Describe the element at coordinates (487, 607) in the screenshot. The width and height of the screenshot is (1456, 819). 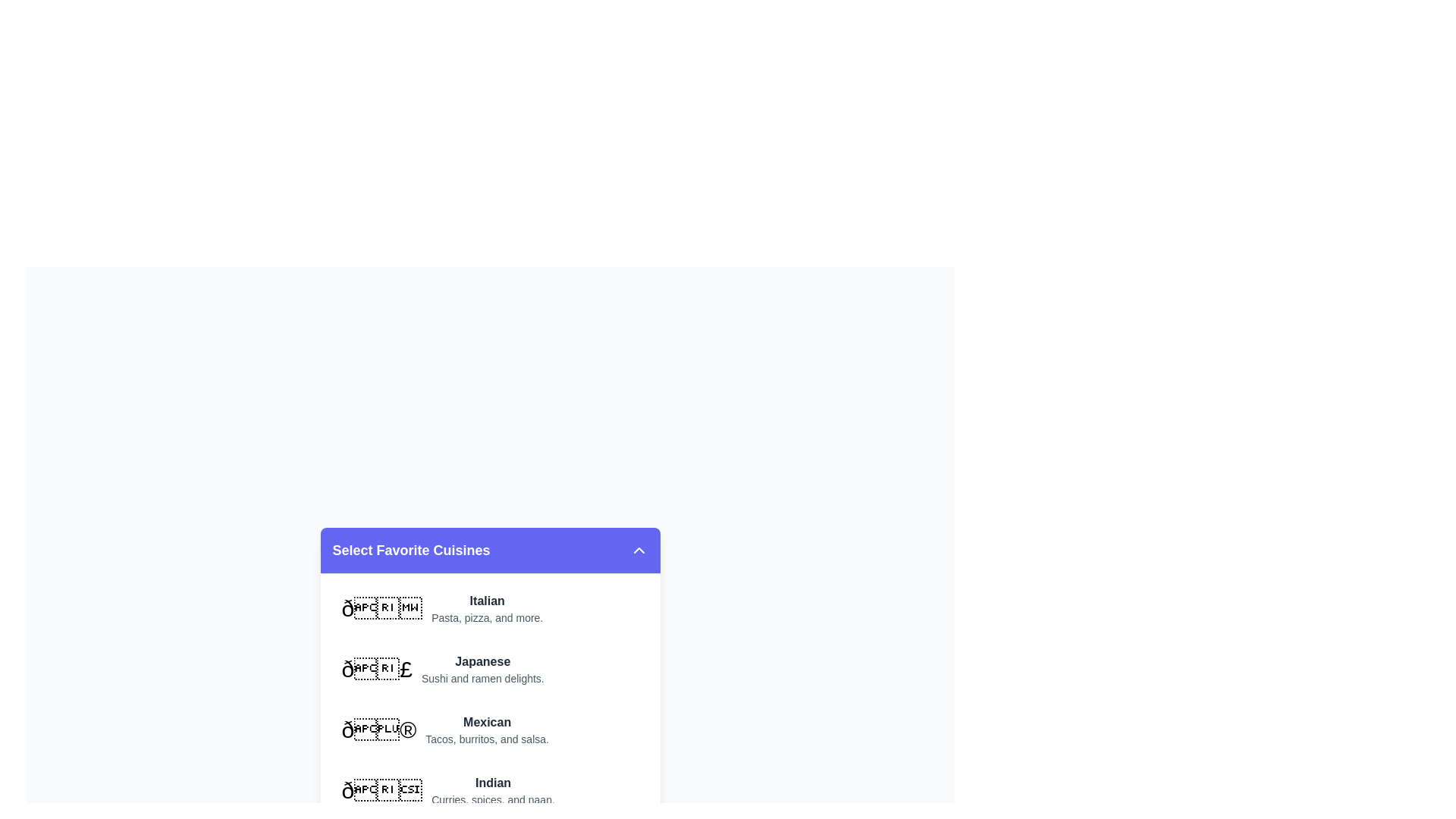
I see `the text label displaying 'Italian' which is the second element in the list under the header 'Select Favorite Cuisines'` at that location.